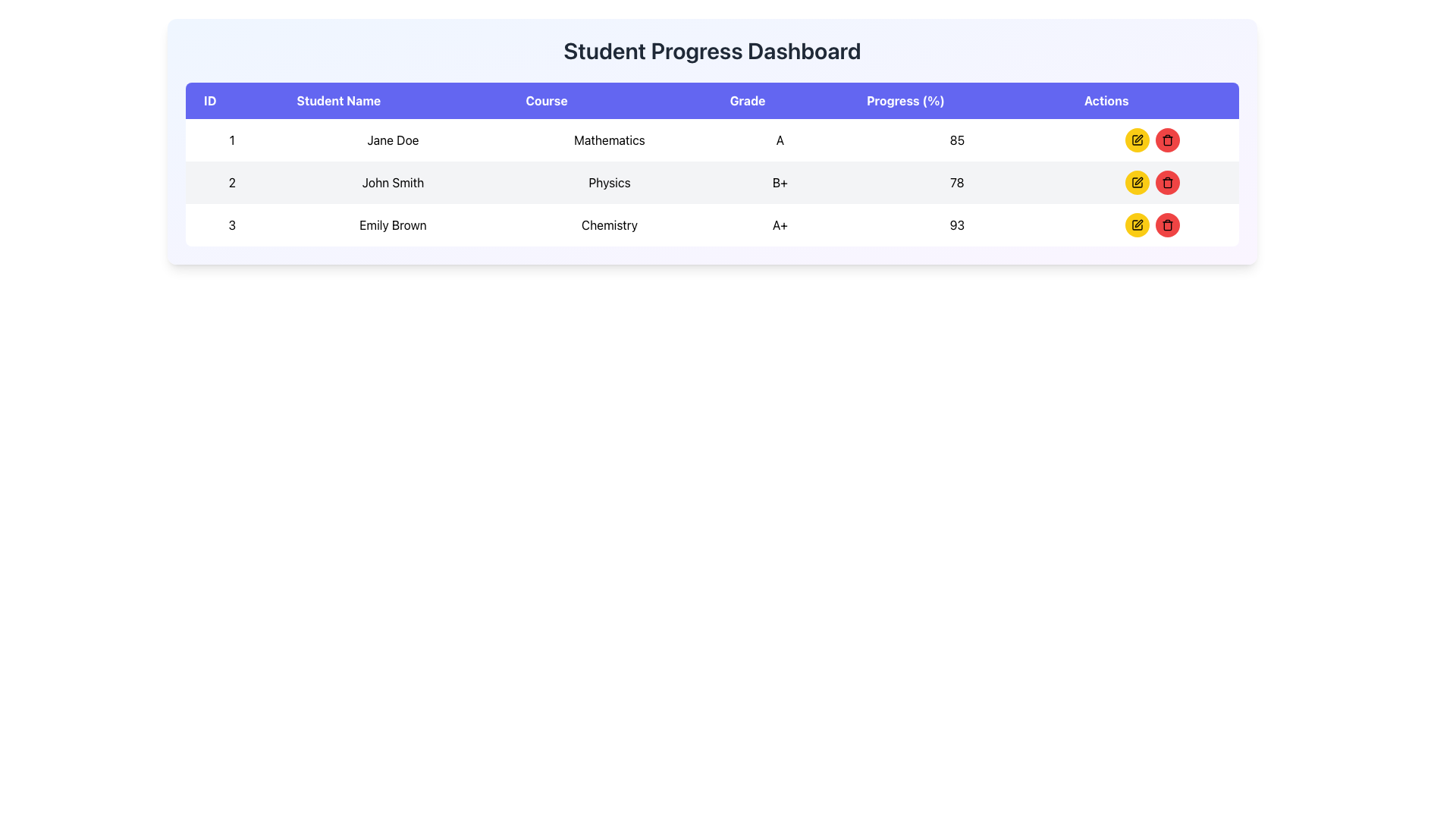 The width and height of the screenshot is (1456, 819). I want to click on the grade display for student 'John Smith' in the second row of the table, which is located under the 'Grade' column, so click(780, 181).